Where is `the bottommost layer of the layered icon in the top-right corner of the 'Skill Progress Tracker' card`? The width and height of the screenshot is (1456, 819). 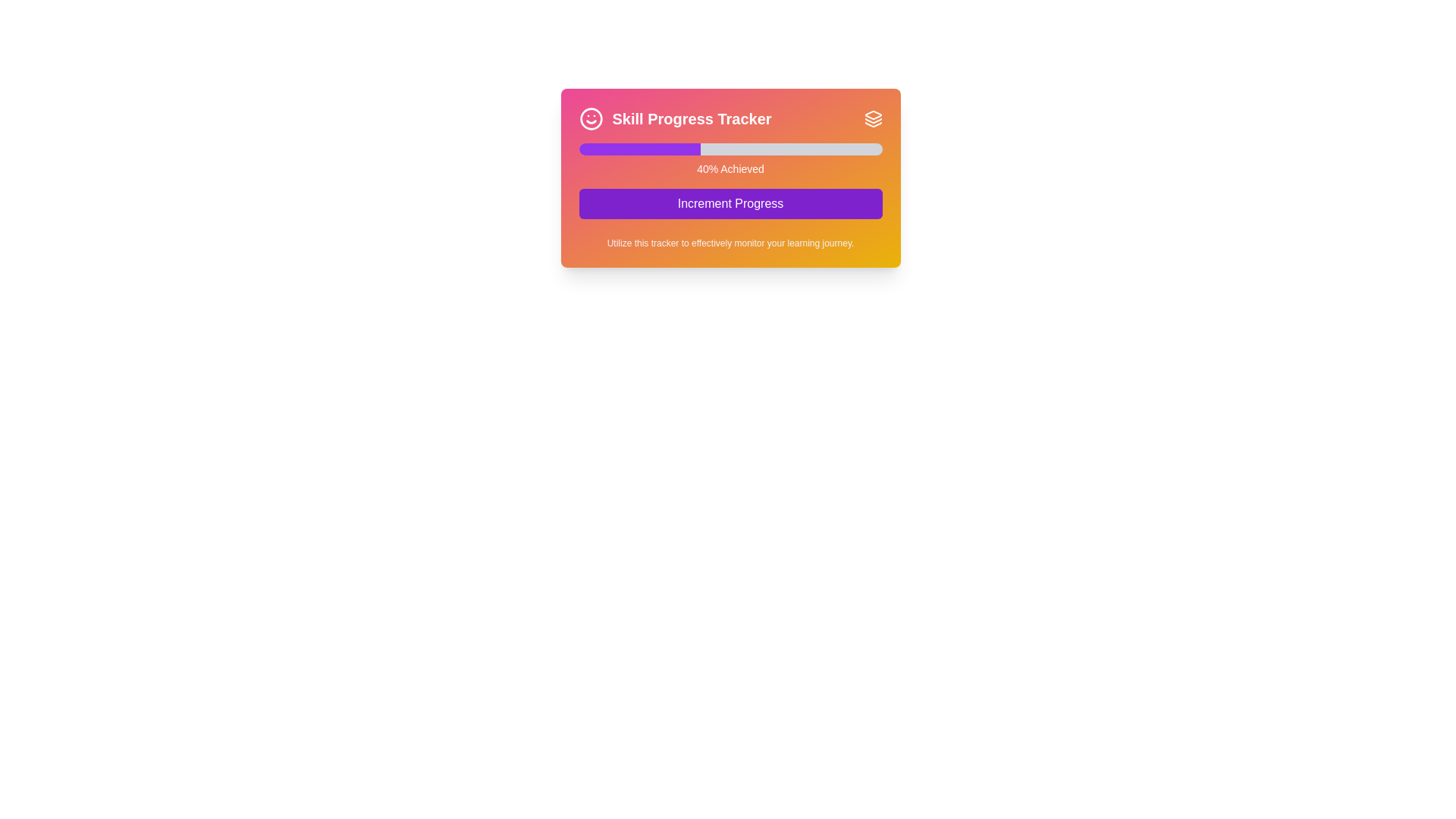
the bottommost layer of the layered icon in the top-right corner of the 'Skill Progress Tracker' card is located at coordinates (873, 124).